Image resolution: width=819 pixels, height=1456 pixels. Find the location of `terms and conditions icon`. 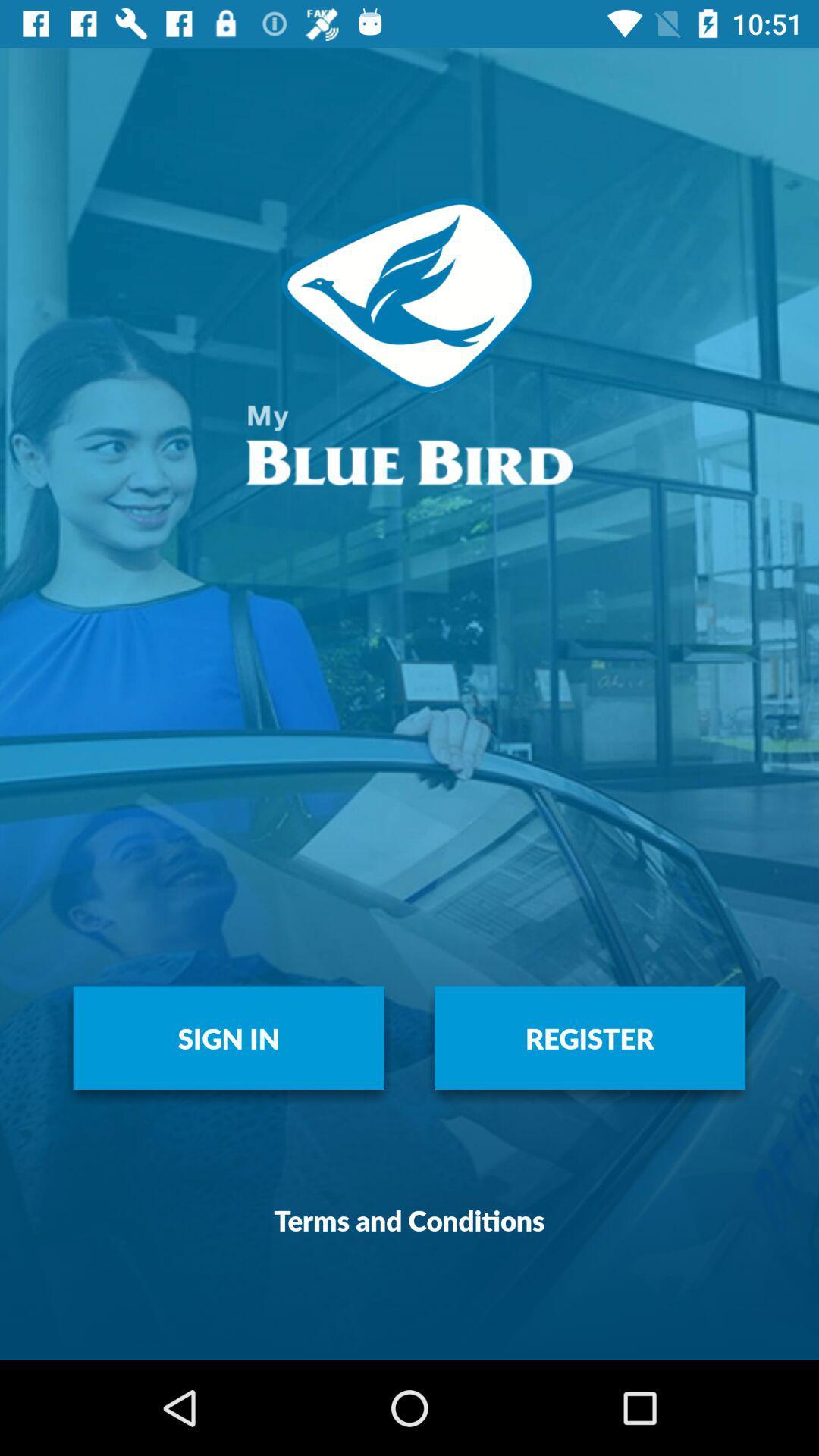

terms and conditions icon is located at coordinates (409, 1219).